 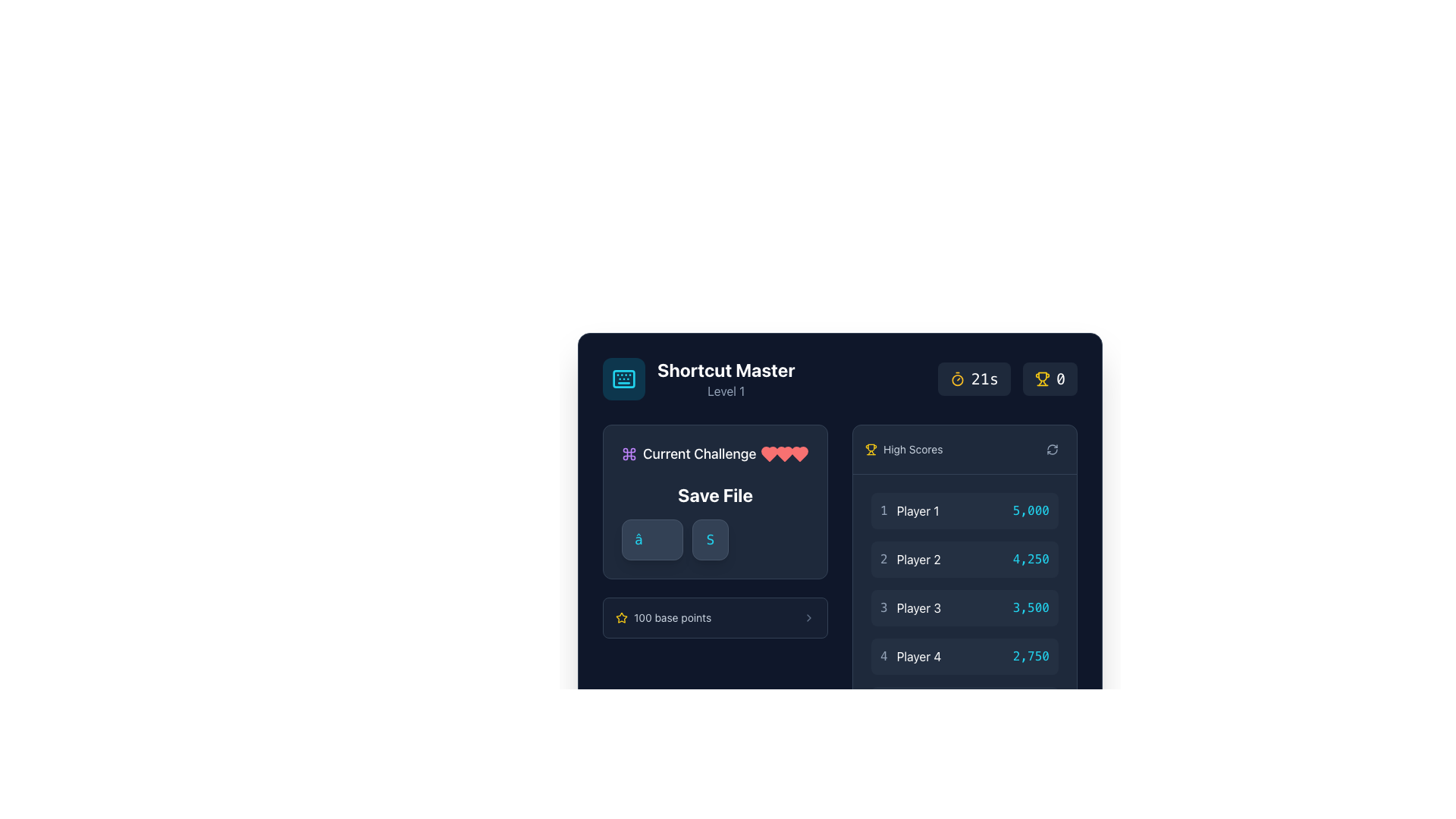 I want to click on the purple icon resembling a command symbol located in the upper-left section of the interface, next to 'Shortcut Master' and above 'Level 1', so click(x=629, y=453).